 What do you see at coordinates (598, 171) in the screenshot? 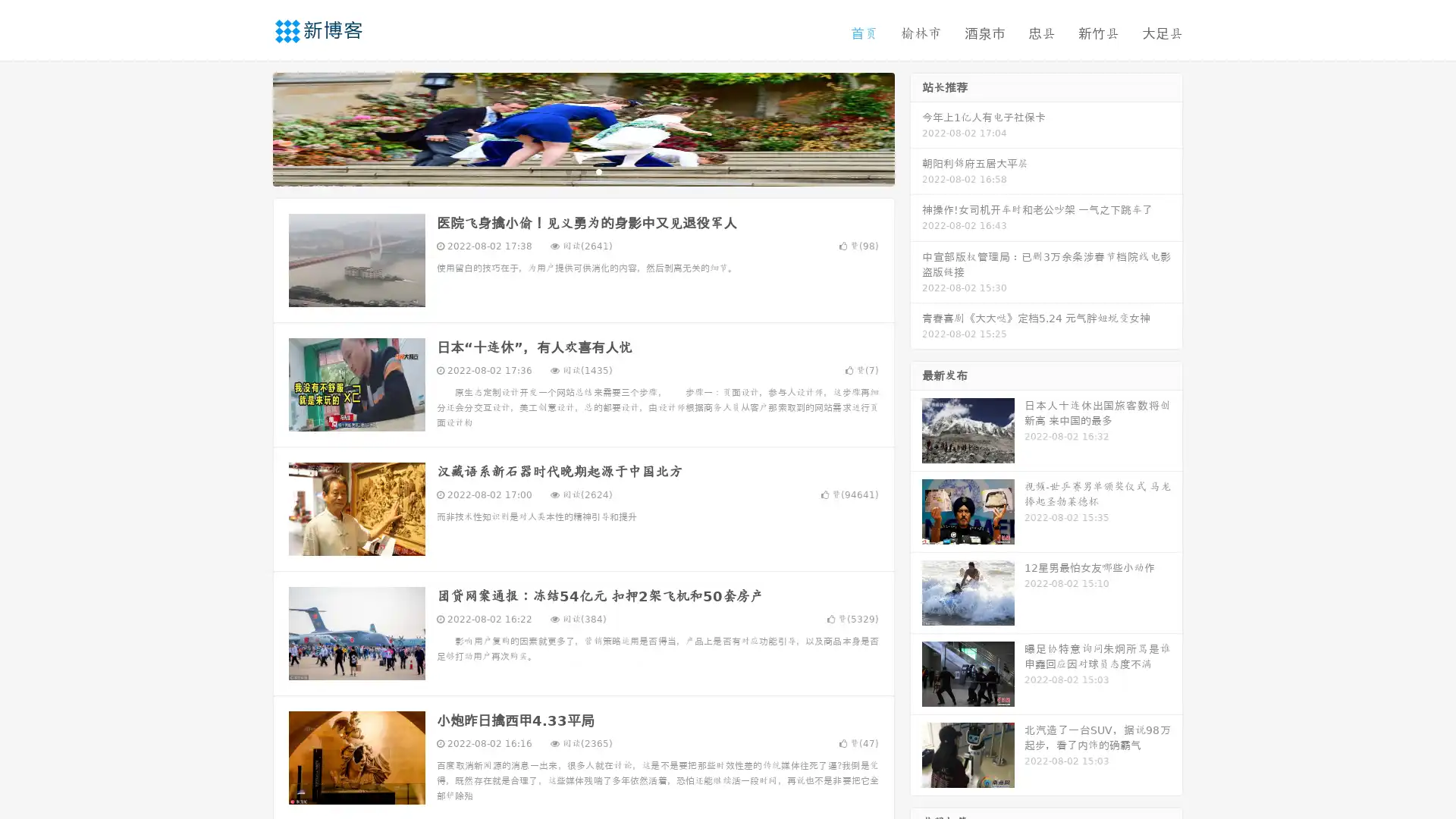
I see `Go to slide 3` at bounding box center [598, 171].